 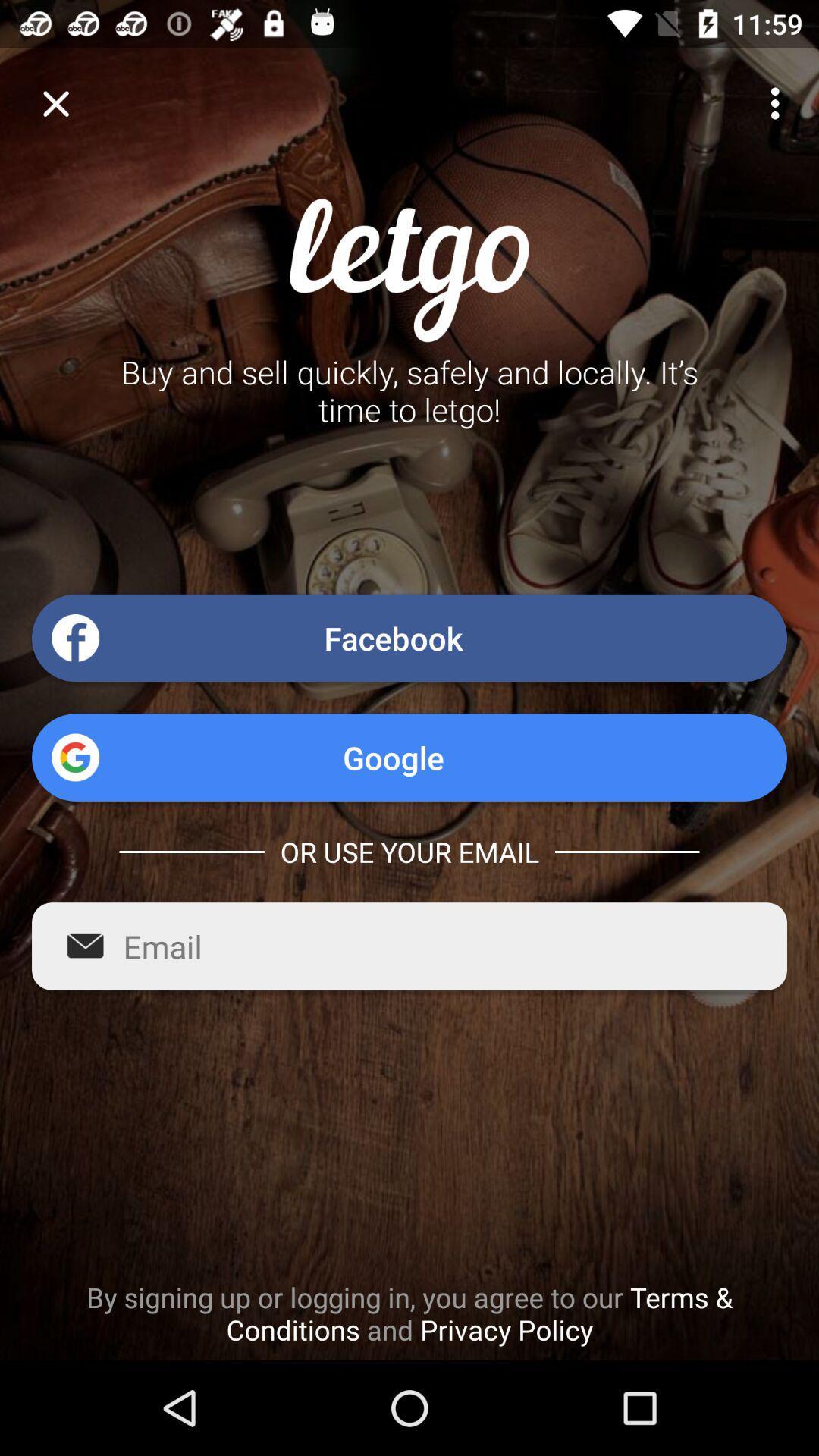 I want to click on the icon above the buy and sell, so click(x=55, y=102).